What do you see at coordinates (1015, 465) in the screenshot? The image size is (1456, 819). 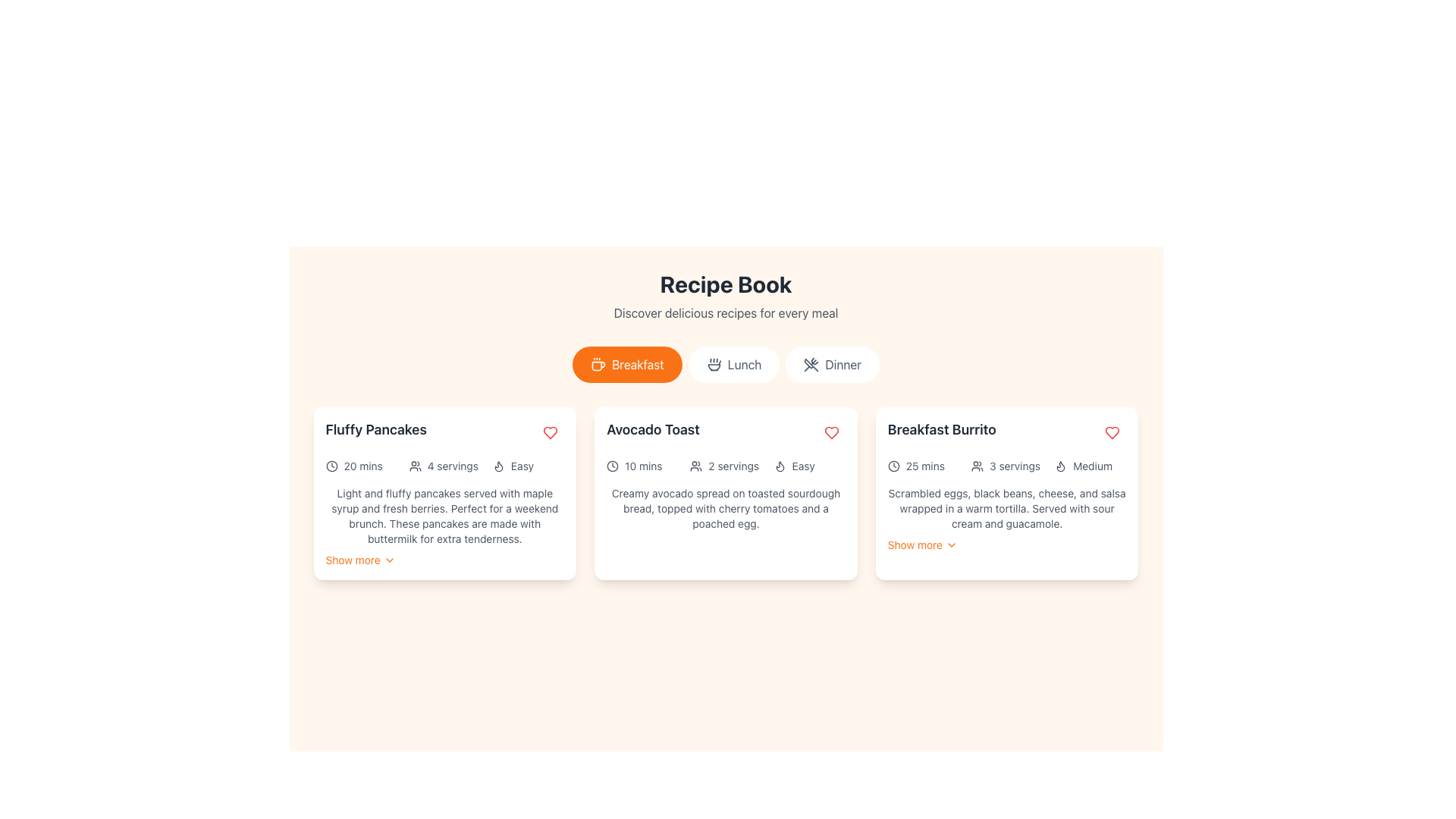 I see `the text label that indicates the number of servings for the 'Breakfast Burrito' recipe, positioned between a user icon and the difficulty indicator 'Medium'` at bounding box center [1015, 465].